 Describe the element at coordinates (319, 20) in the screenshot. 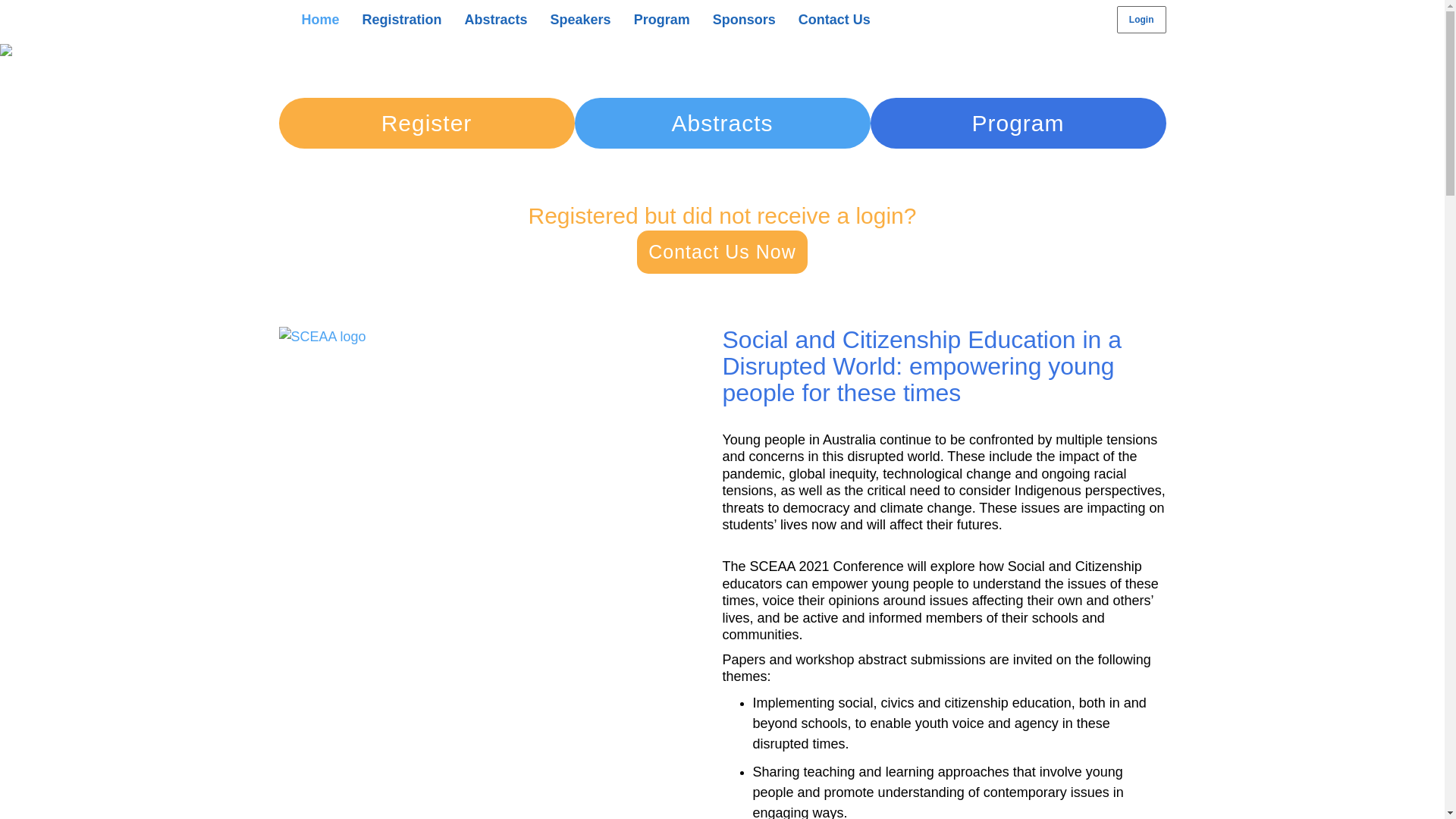

I see `'Home'` at that location.